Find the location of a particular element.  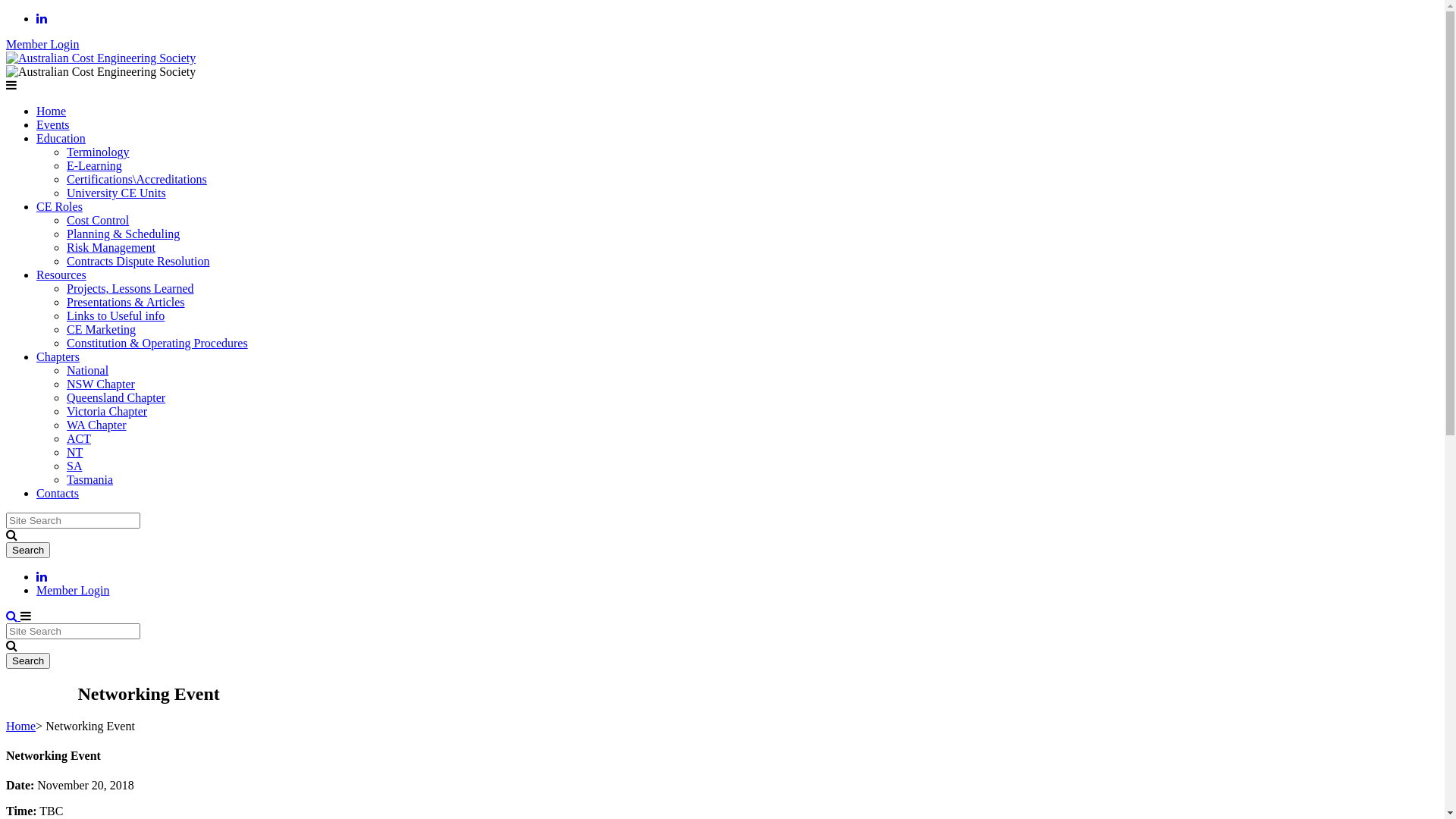

'Home' is located at coordinates (20, 725).